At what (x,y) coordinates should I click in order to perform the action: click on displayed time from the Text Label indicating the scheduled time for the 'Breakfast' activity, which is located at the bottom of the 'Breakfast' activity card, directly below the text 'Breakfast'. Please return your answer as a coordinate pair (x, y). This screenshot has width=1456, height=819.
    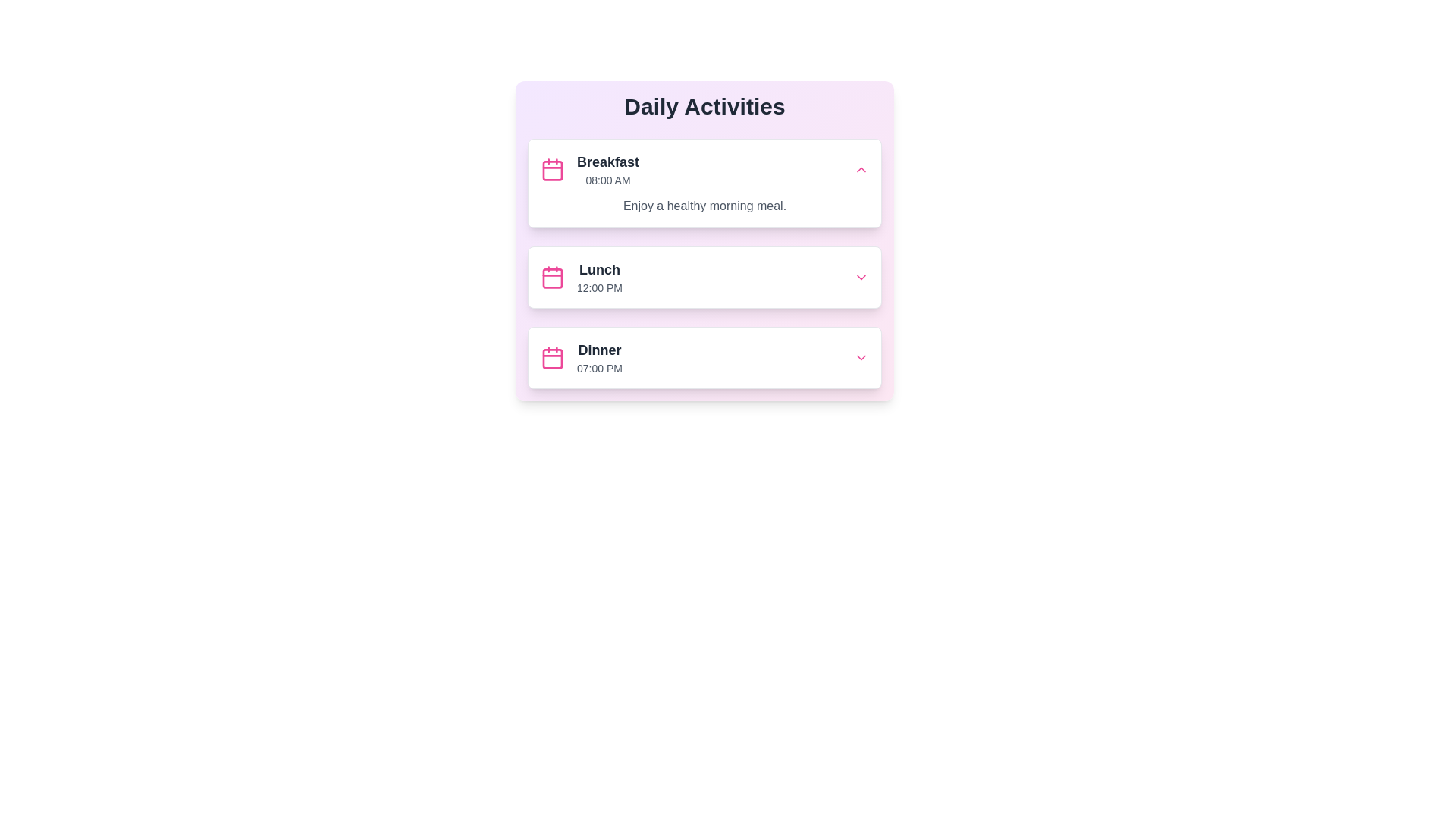
    Looking at the image, I should click on (607, 180).